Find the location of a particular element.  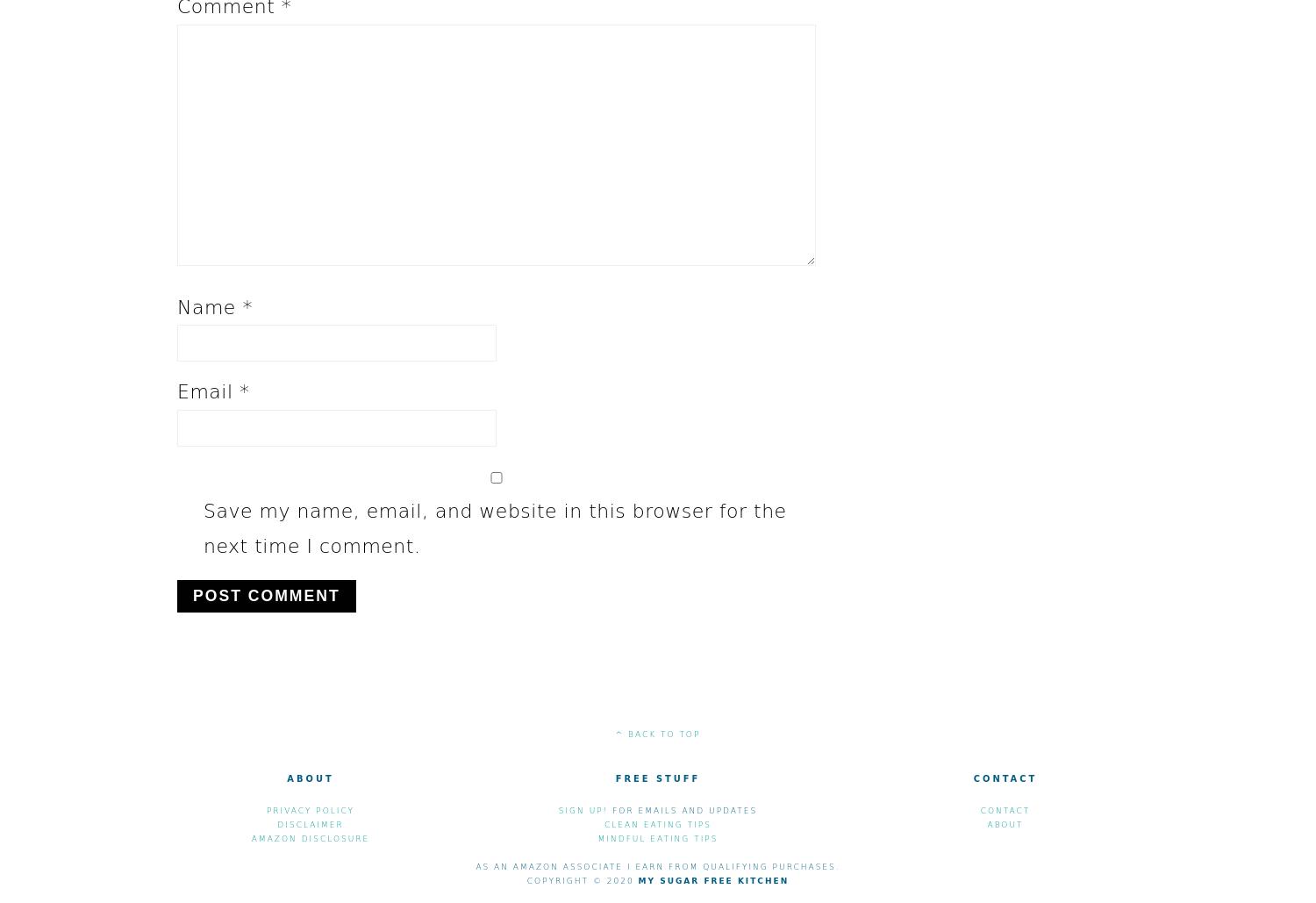

'Clean eating Tips' is located at coordinates (656, 823).